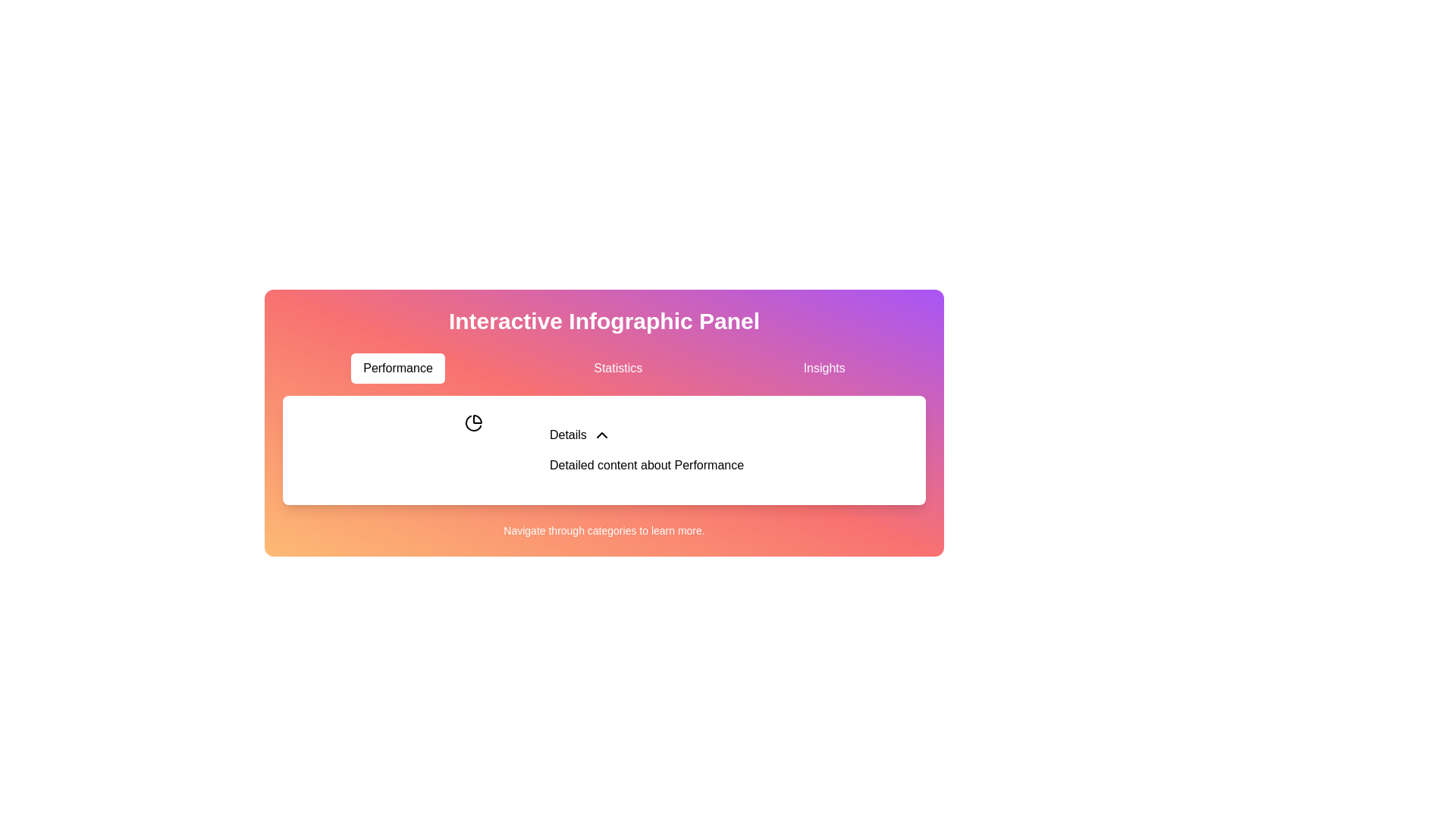 This screenshot has width=1456, height=819. What do you see at coordinates (472, 423) in the screenshot?
I see `the second segment of the pie chart icon located within the central content panel beneath the 'Performance' tab` at bounding box center [472, 423].